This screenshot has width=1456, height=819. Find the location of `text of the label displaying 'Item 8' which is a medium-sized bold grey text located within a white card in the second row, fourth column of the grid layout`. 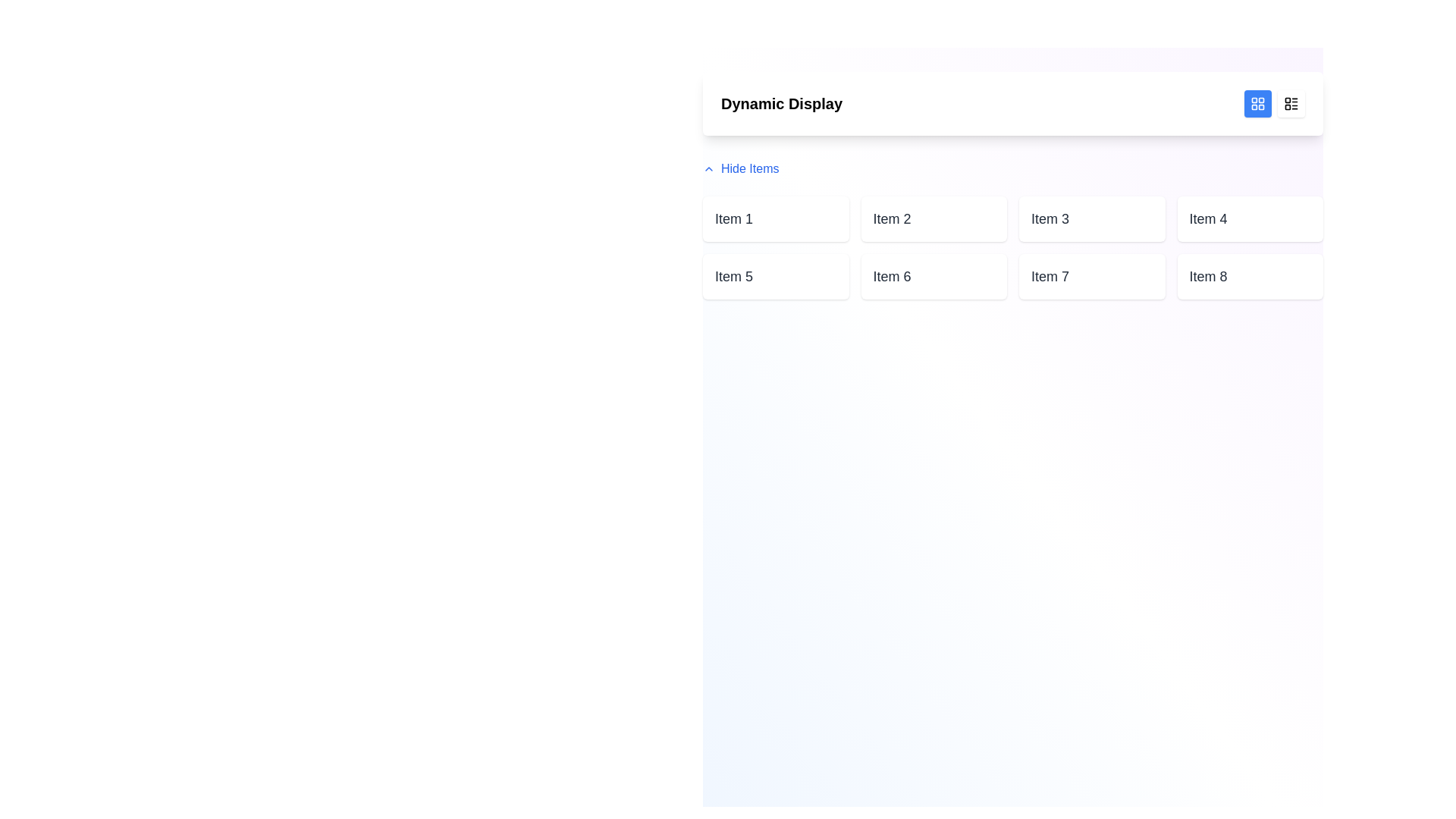

text of the label displaying 'Item 8' which is a medium-sized bold grey text located within a white card in the second row, fourth column of the grid layout is located at coordinates (1207, 277).